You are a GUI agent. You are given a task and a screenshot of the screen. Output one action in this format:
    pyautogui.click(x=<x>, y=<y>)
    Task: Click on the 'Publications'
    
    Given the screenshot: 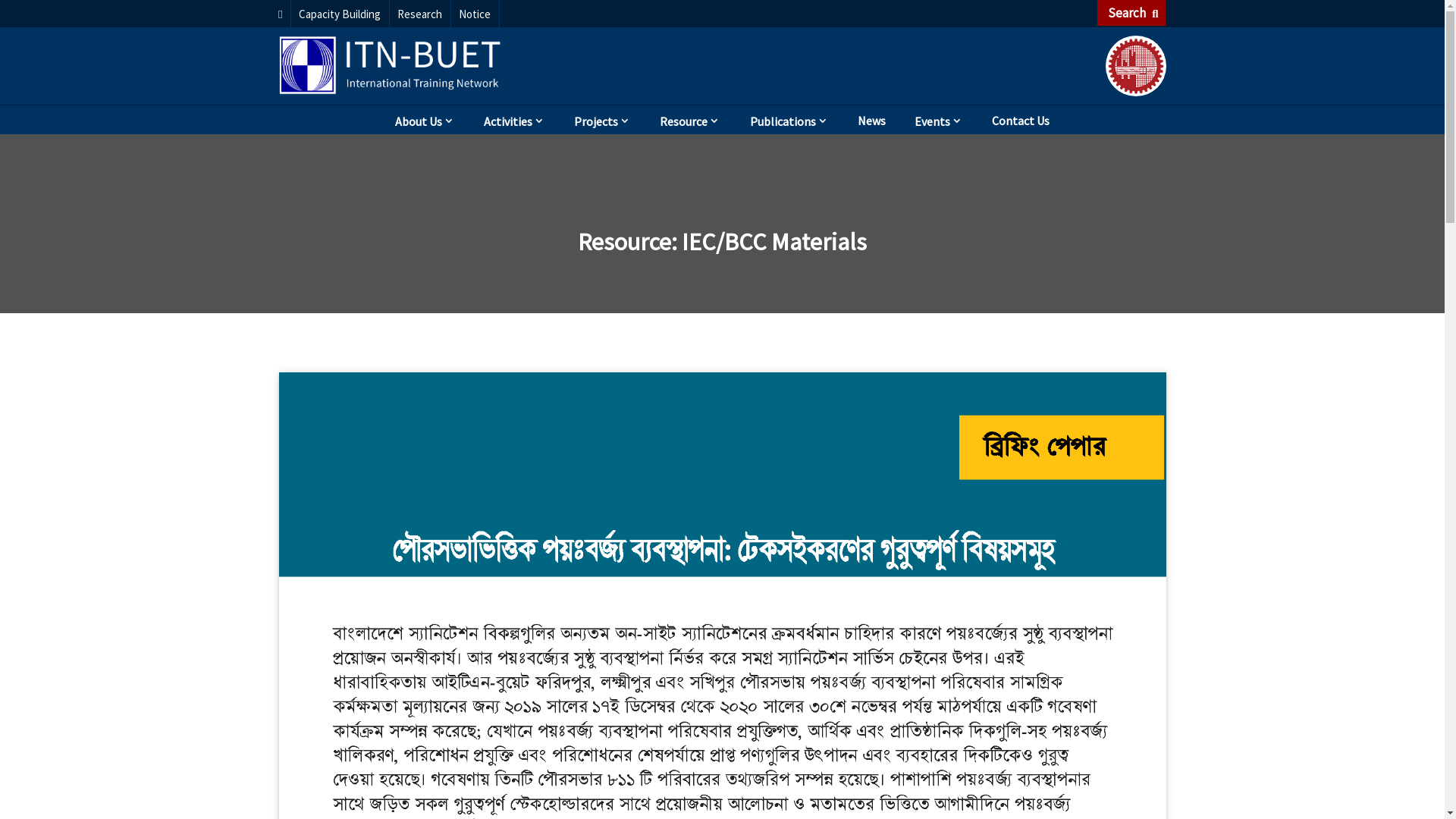 What is the action you would take?
    pyautogui.click(x=735, y=118)
    